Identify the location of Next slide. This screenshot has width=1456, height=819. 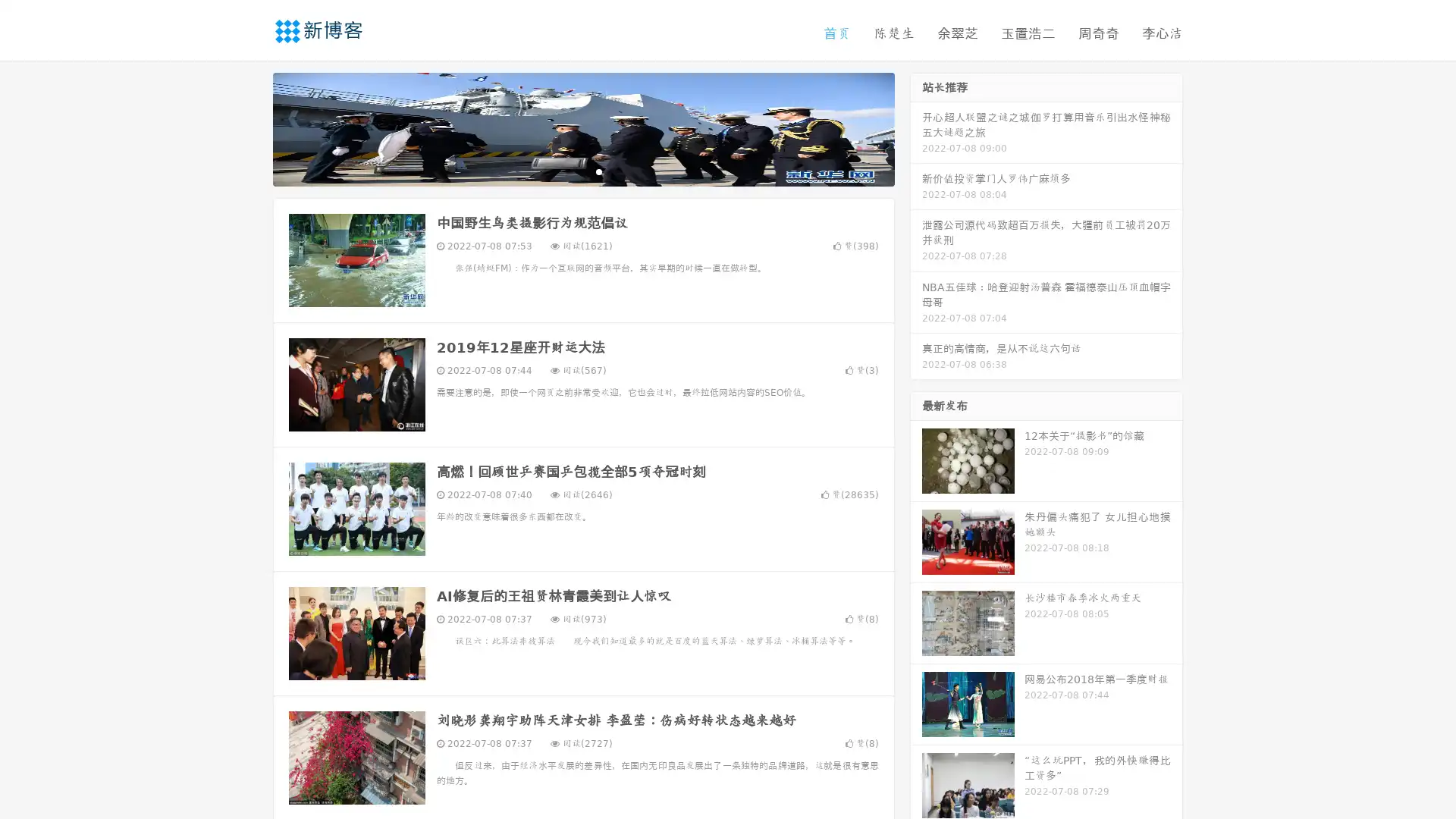
(916, 127).